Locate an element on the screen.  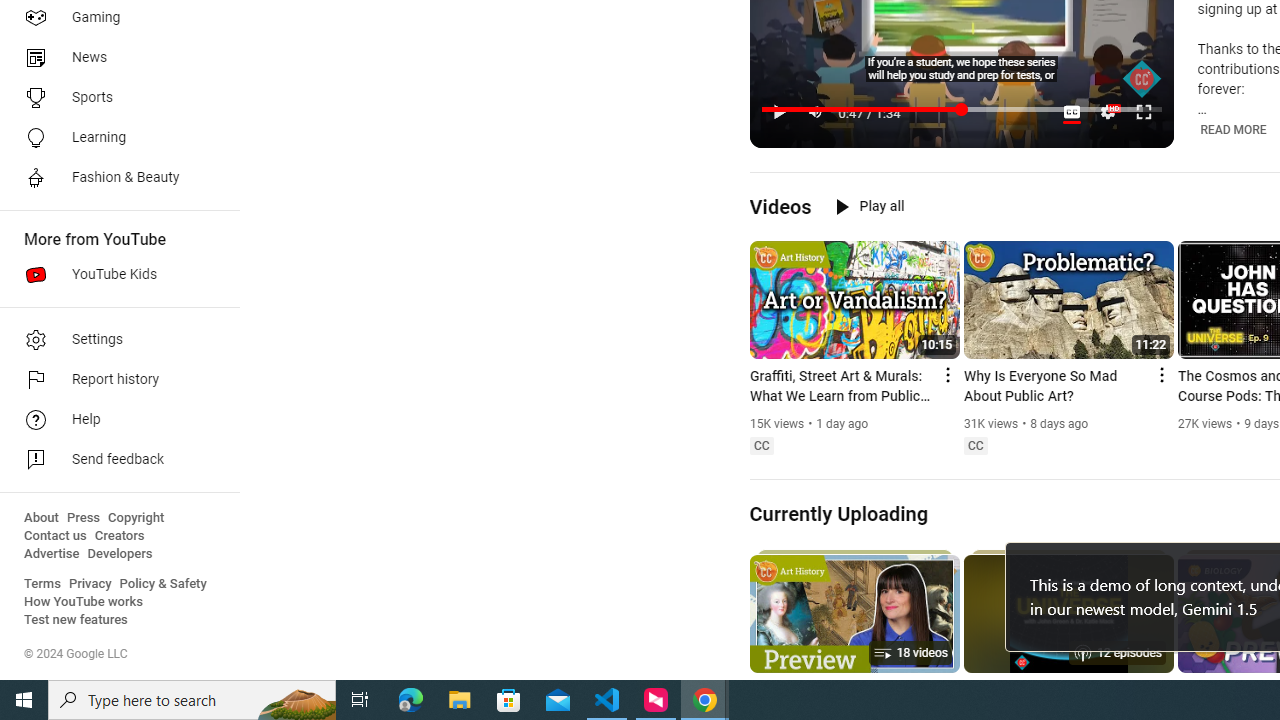
'YouTube Kids' is located at coordinates (112, 275).